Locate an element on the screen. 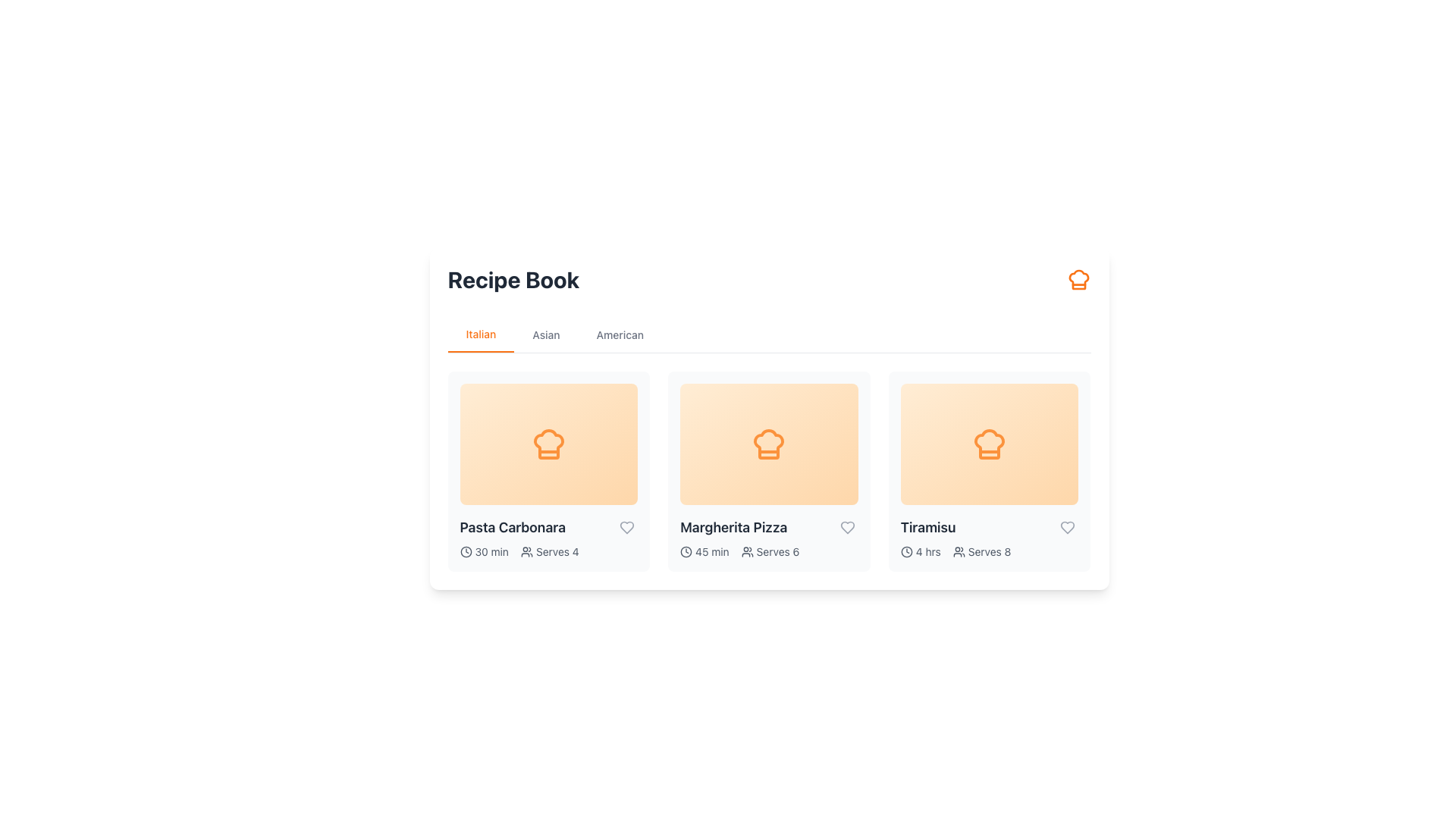  the serving size icon for the 'Tiramisu' dish, which is located to the left of the 'Serves 8' text in the lower section of the card is located at coordinates (958, 552).